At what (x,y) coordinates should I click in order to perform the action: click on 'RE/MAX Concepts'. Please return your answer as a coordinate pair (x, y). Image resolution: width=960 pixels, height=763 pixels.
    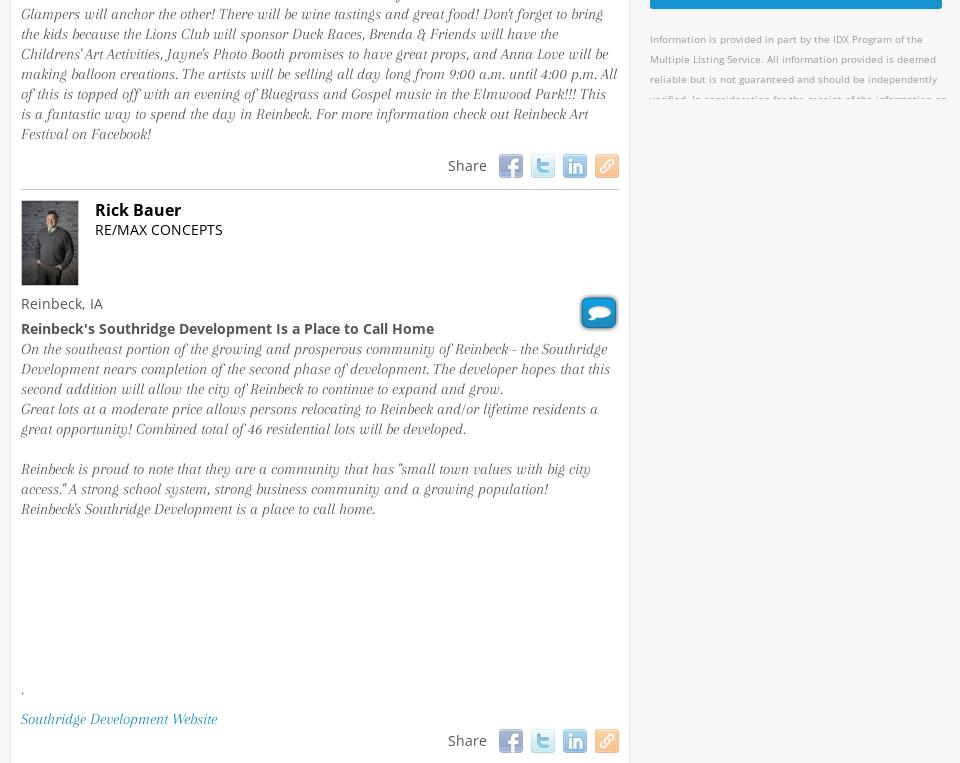
    Looking at the image, I should click on (157, 228).